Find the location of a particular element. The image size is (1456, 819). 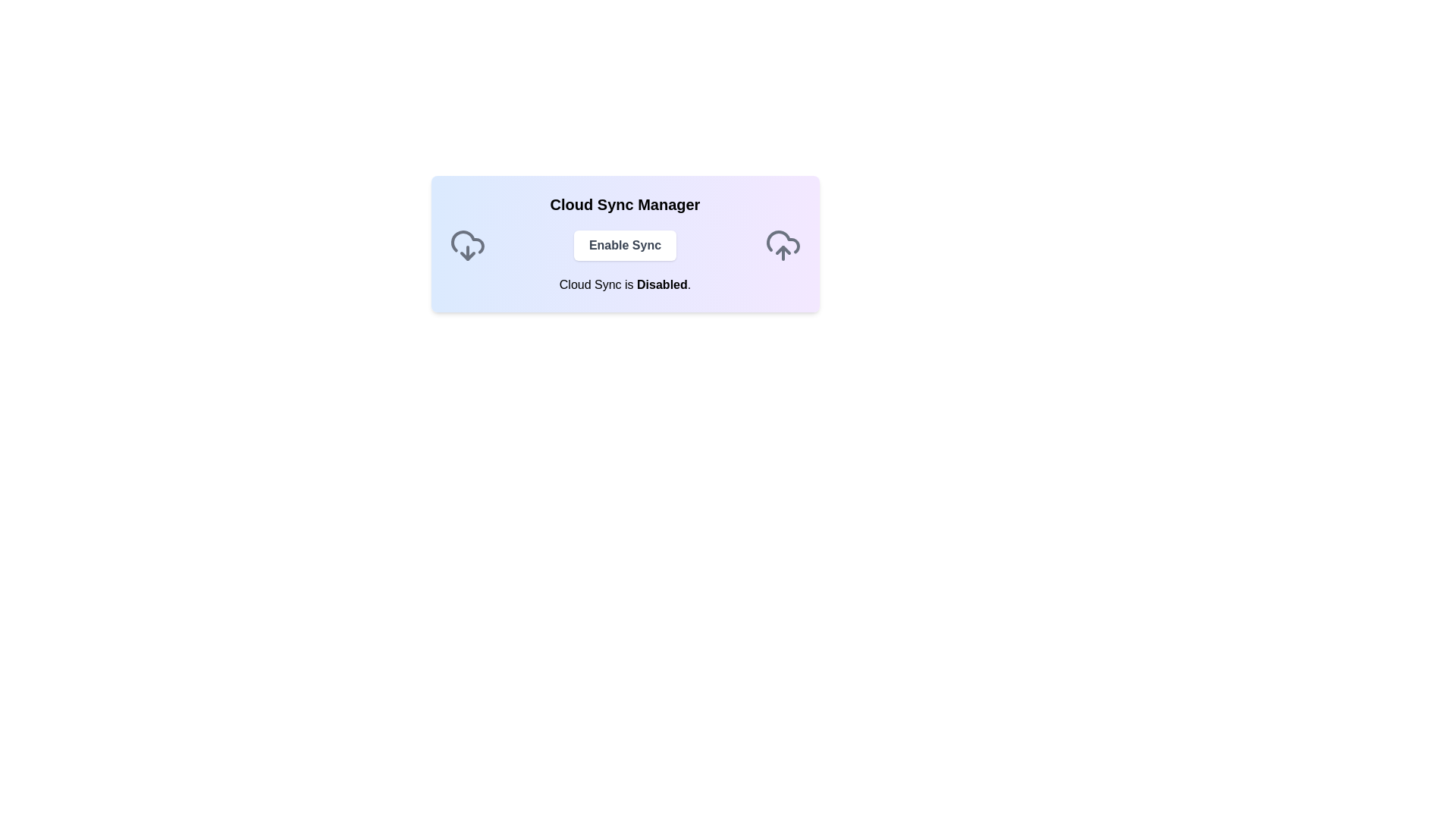

the 'Enable Sync' button to toggle the sync status is located at coordinates (625, 245).